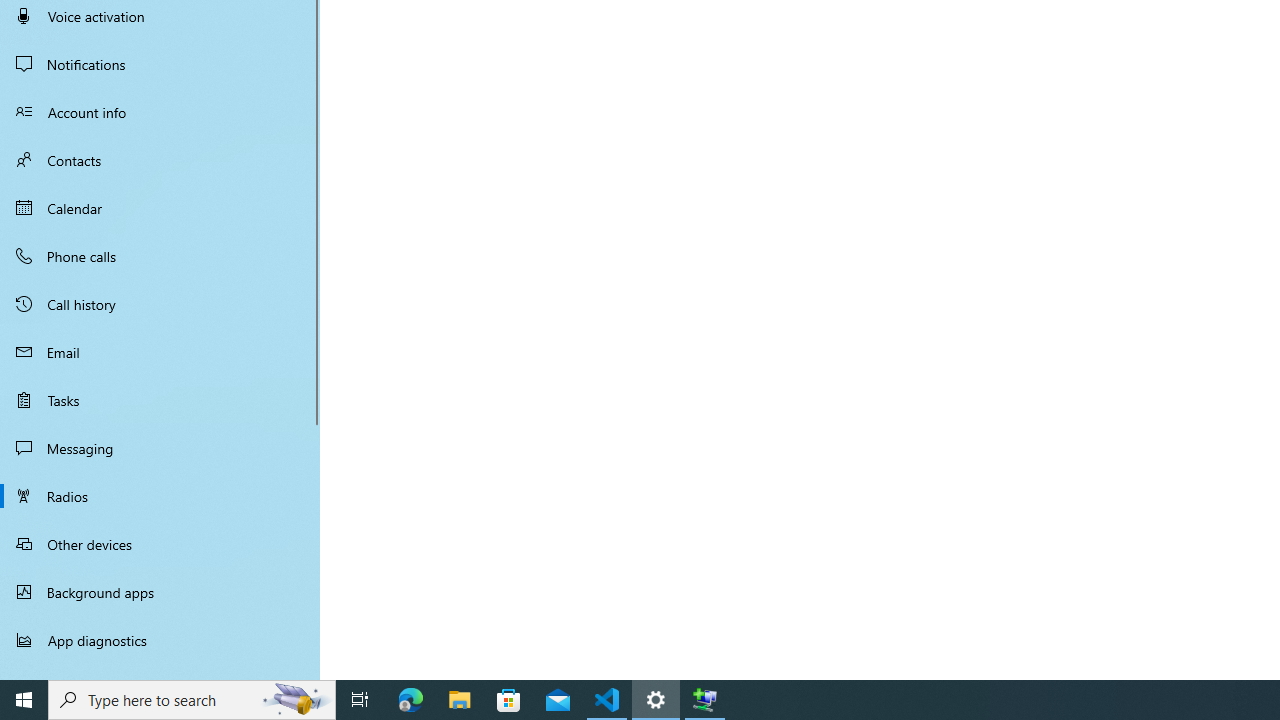  What do you see at coordinates (410, 698) in the screenshot?
I see `'Microsoft Edge'` at bounding box center [410, 698].